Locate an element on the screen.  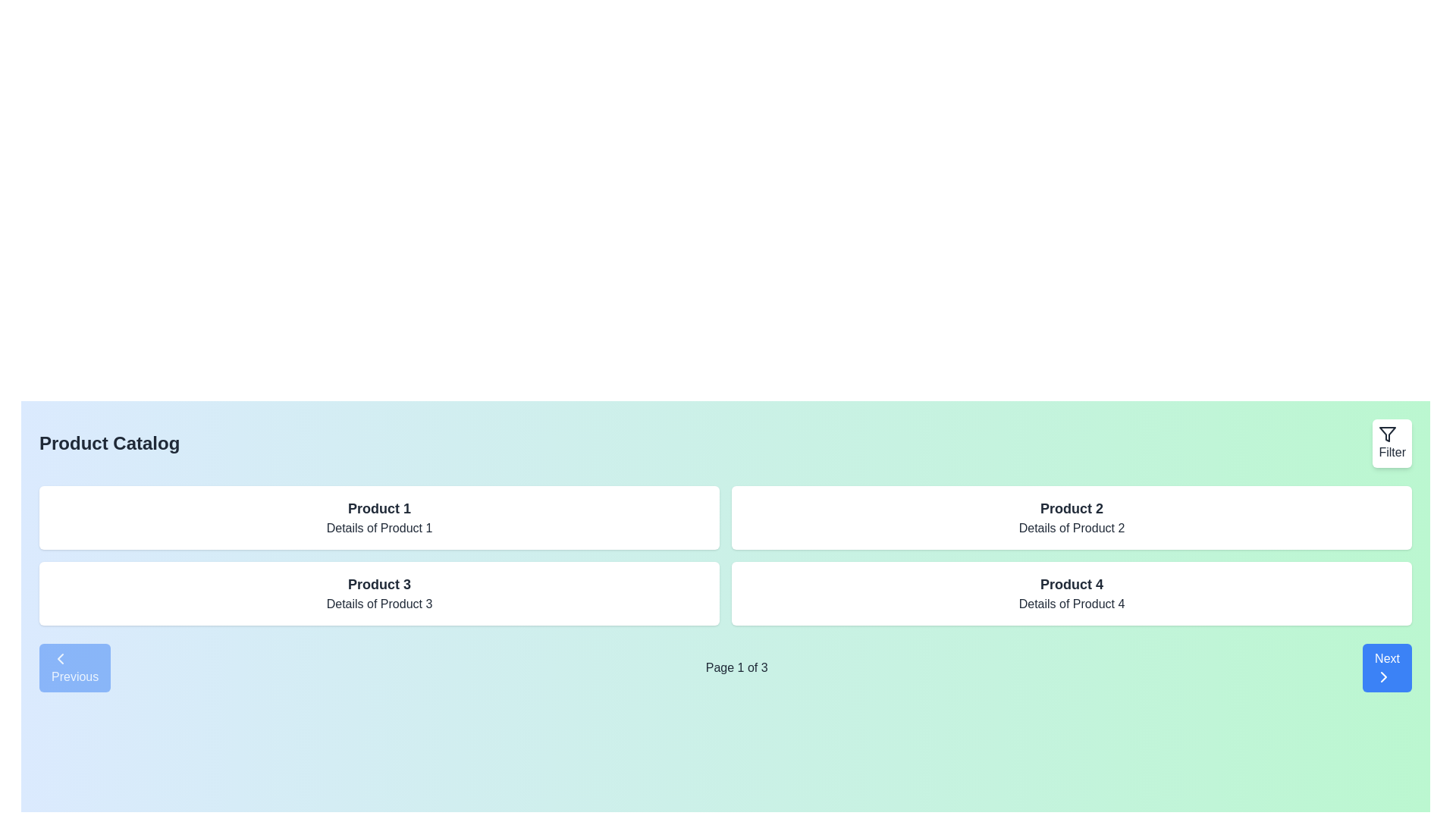
the SVG chevron icon representing the next page navigation indicator located within the 'Next' button at the bottom-right corner of the interface is located at coordinates (1384, 676).